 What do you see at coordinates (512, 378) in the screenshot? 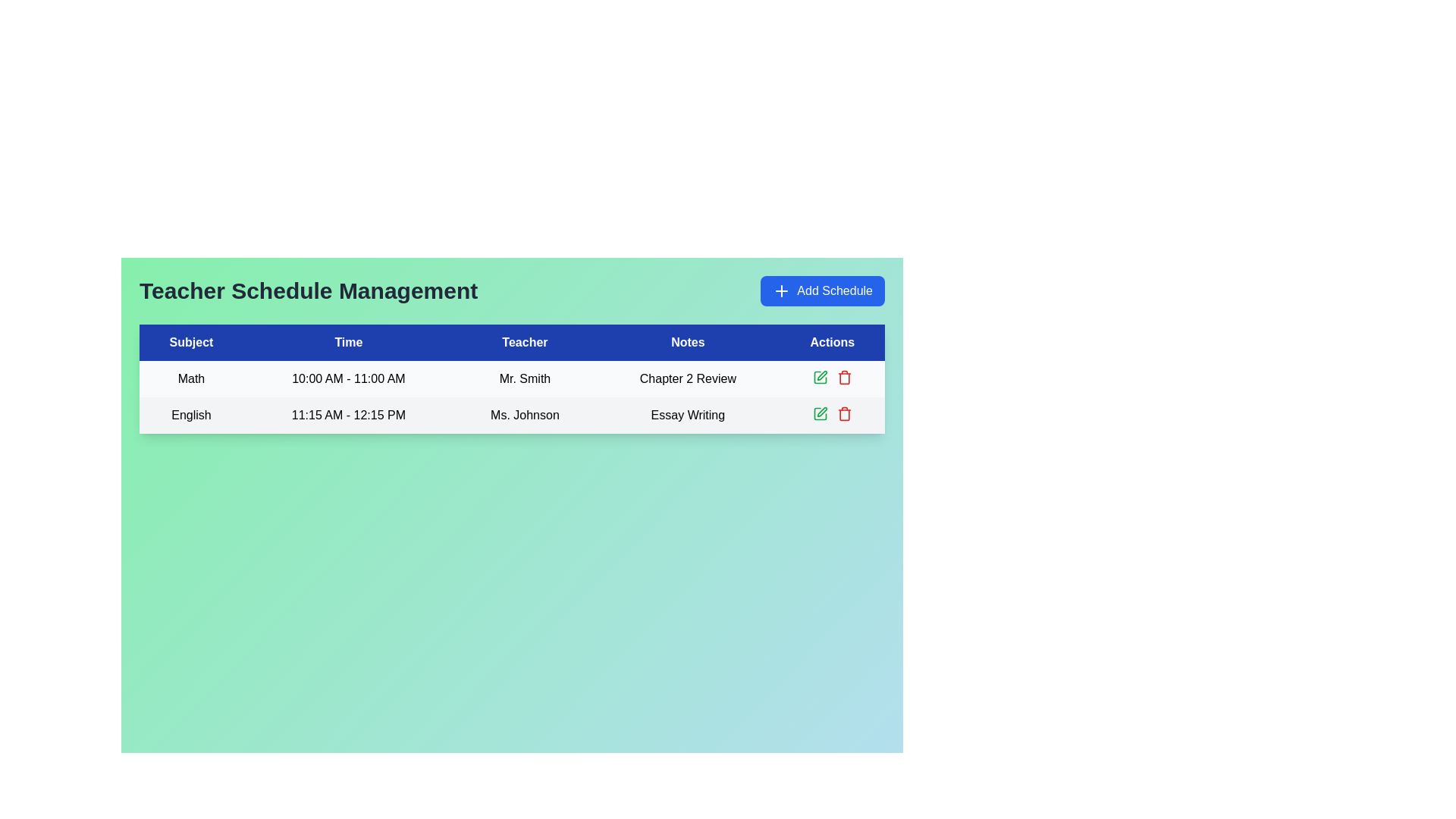
I see `teacher's name displayed in the third column of the first row under the 'Teacher' header in the schedule table` at bounding box center [512, 378].